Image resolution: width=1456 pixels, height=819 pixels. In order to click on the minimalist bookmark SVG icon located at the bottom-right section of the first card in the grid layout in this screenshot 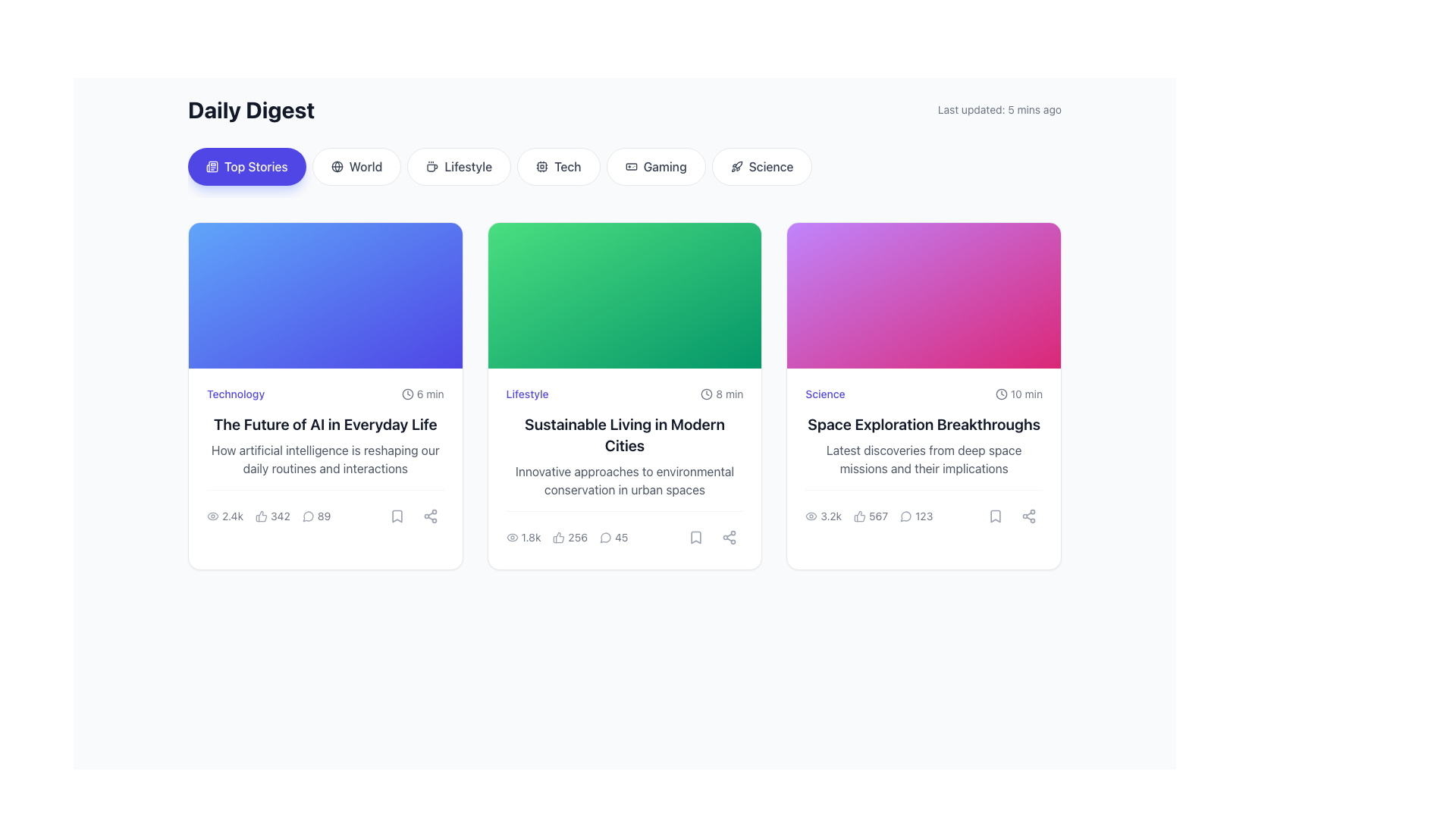, I will do `click(397, 516)`.